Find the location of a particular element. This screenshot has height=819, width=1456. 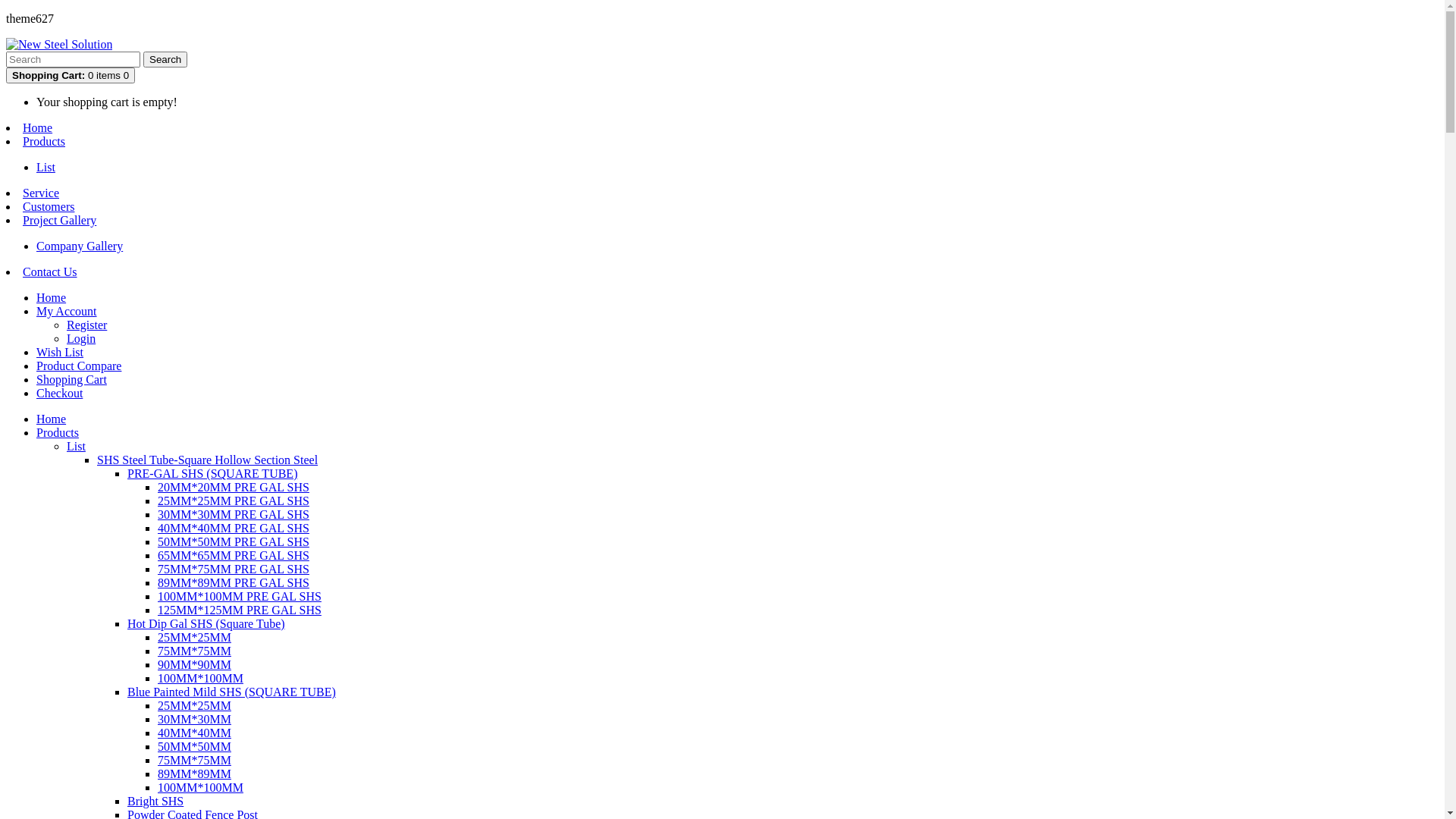

'Search' is located at coordinates (165, 58).